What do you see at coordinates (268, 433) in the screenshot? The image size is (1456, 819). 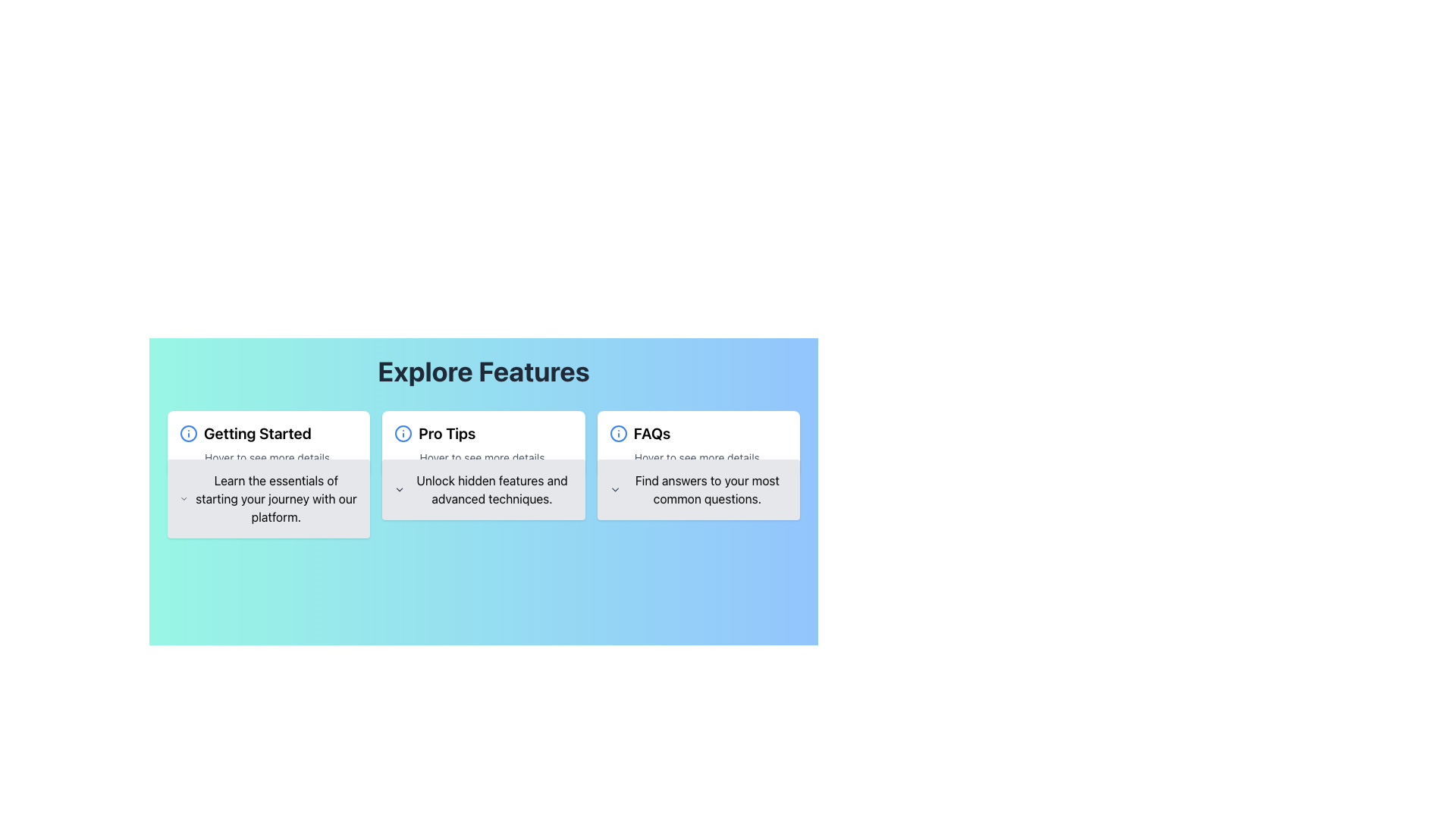 I see `the 'Getting Started' title label within its card structure` at bounding box center [268, 433].